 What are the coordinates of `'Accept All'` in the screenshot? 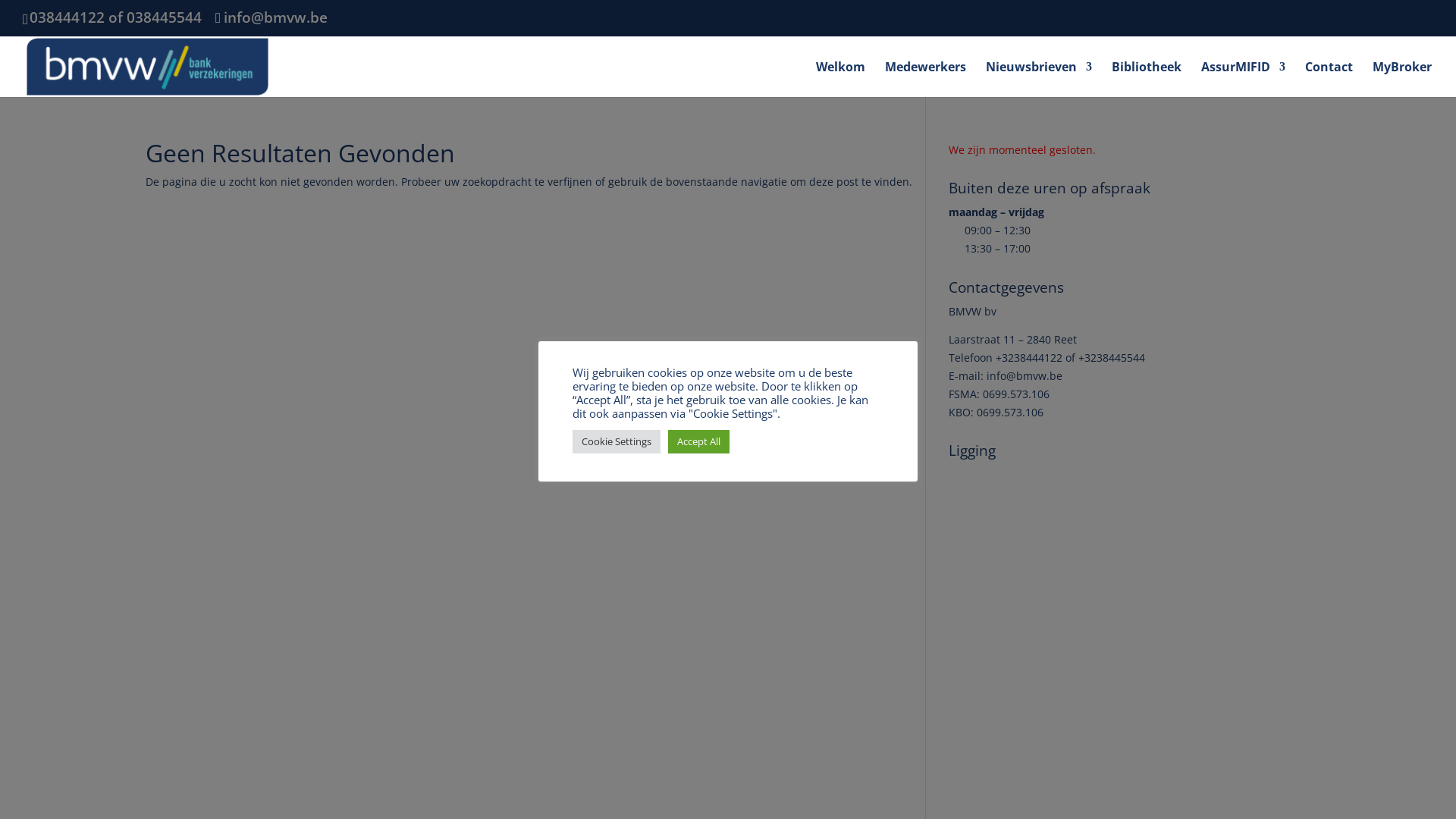 It's located at (667, 441).